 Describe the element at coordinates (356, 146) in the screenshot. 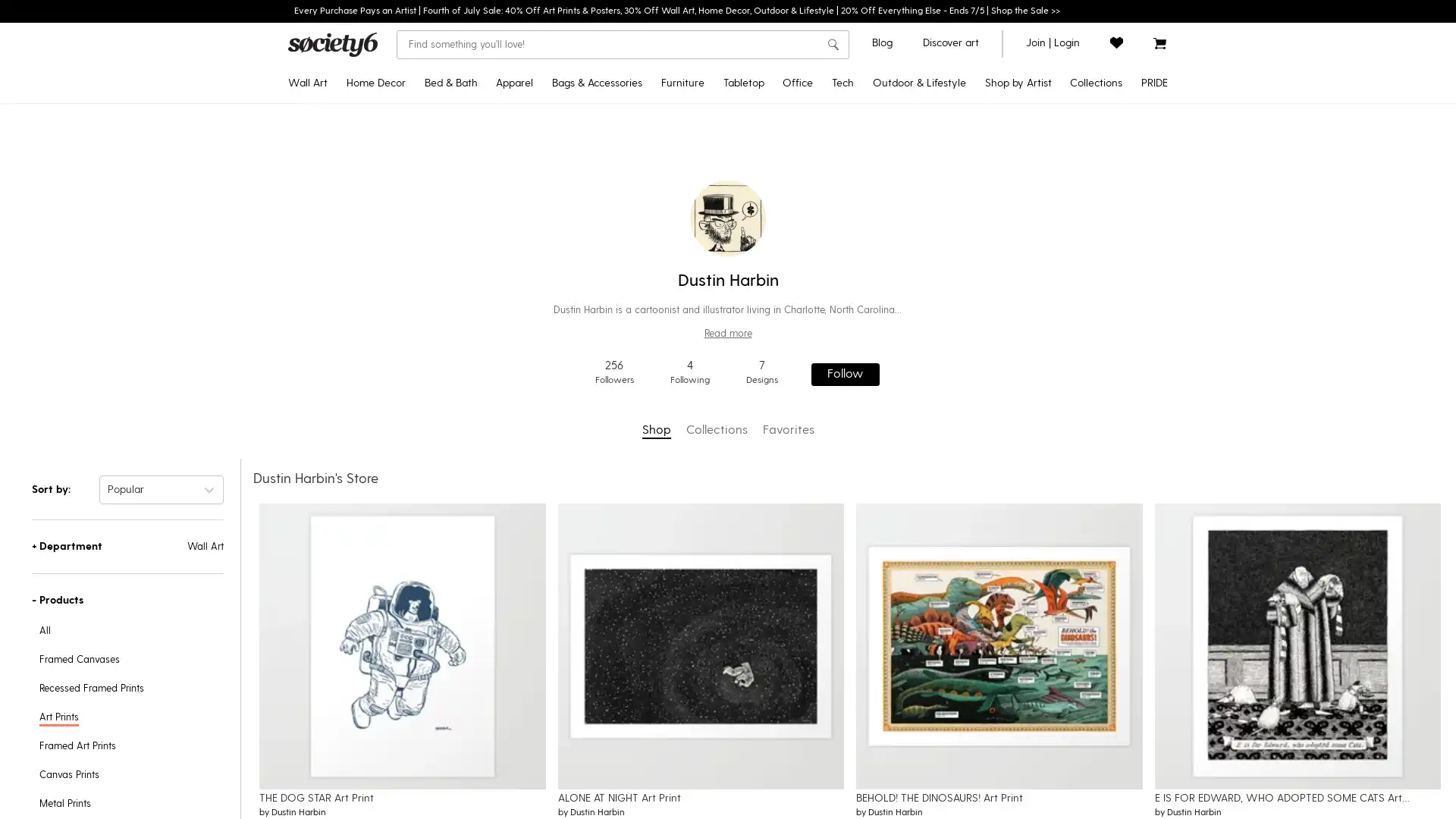

I see `Framed Art Prints` at that location.